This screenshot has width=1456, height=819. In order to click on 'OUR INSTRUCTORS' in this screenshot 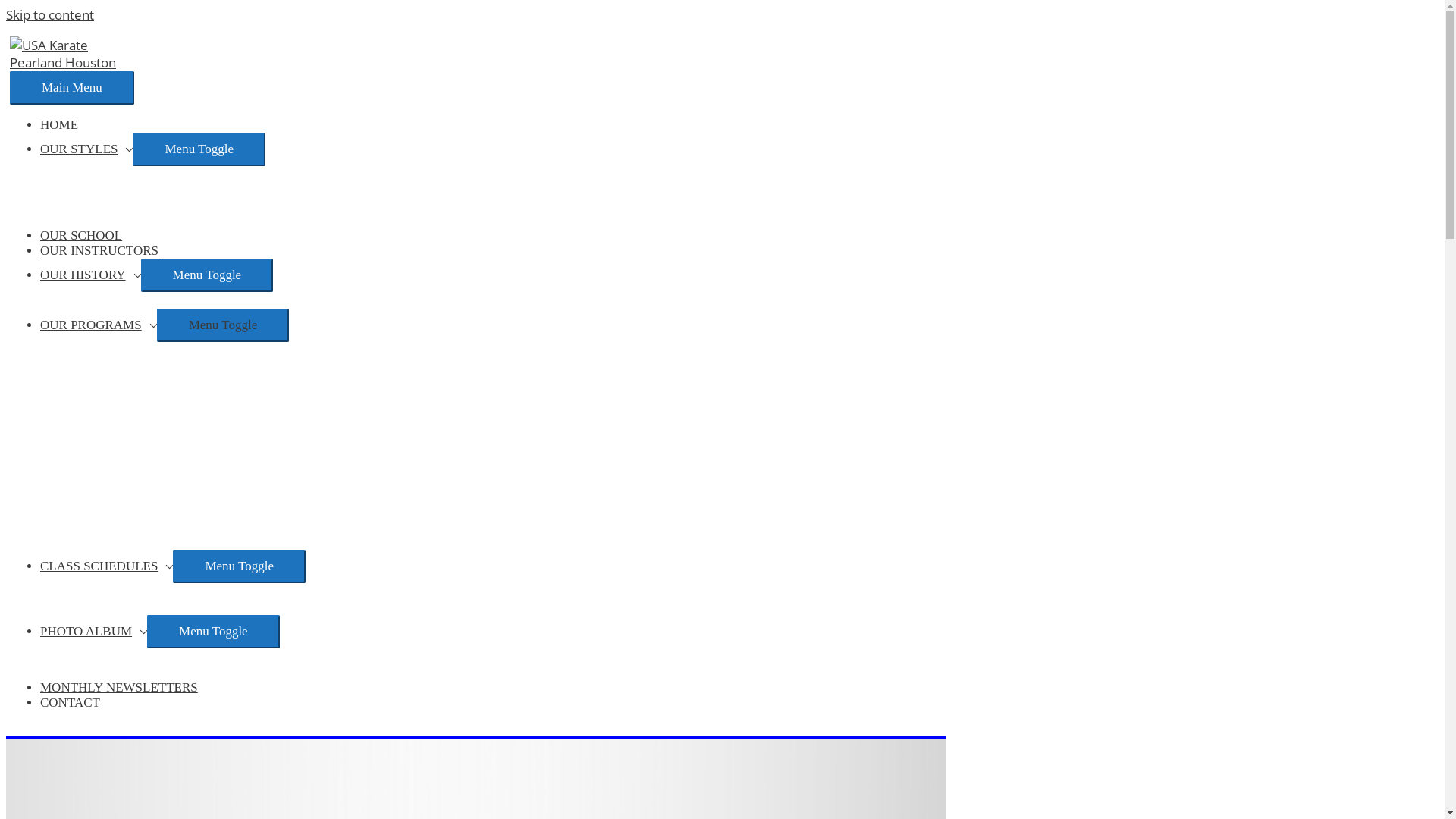, I will do `click(98, 249)`.